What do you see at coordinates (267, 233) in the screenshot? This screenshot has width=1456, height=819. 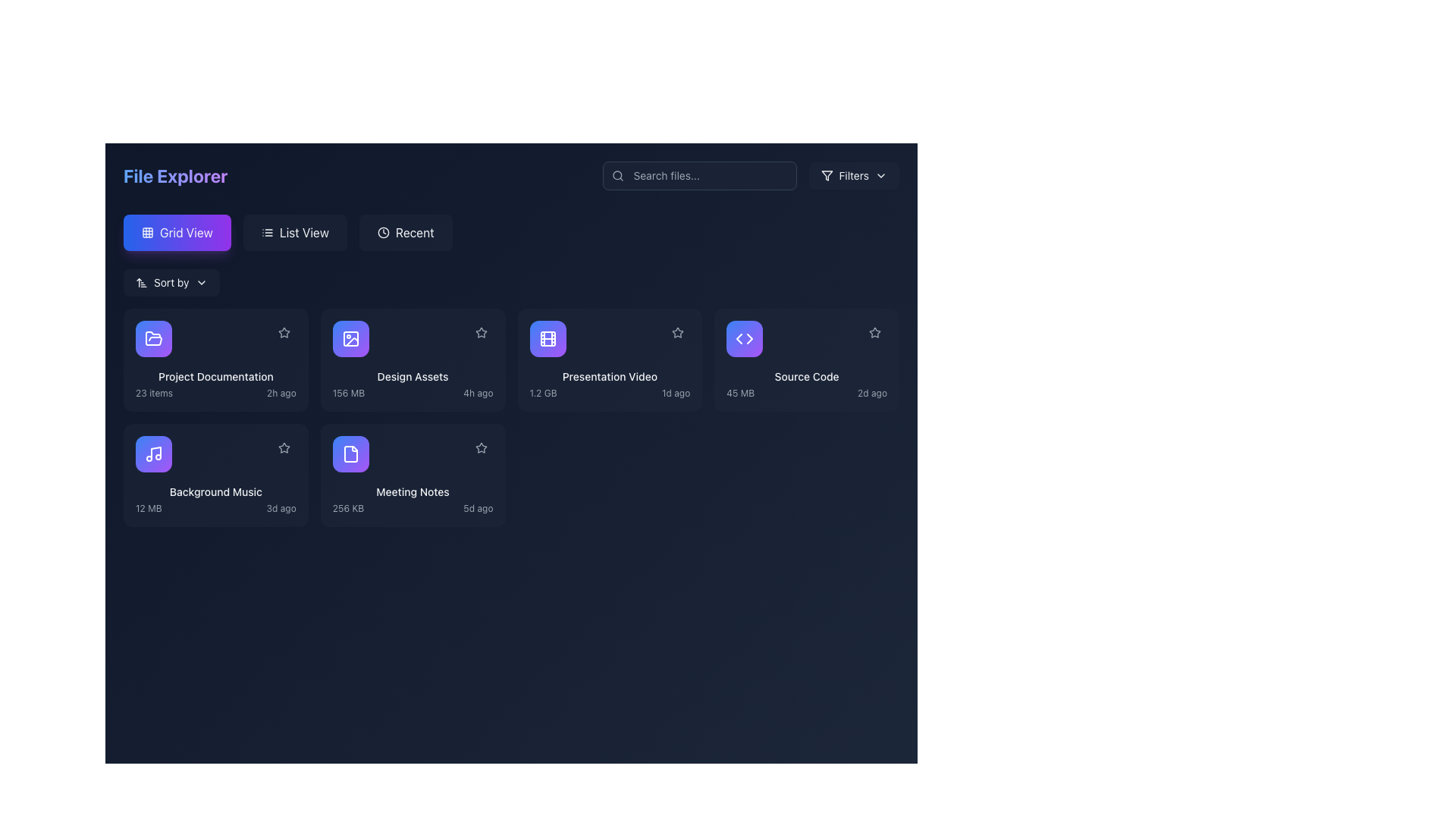 I see `the 'List View' icon located in the 'File Explorer' section, which consists of three horizontal lines with dots on the left` at bounding box center [267, 233].